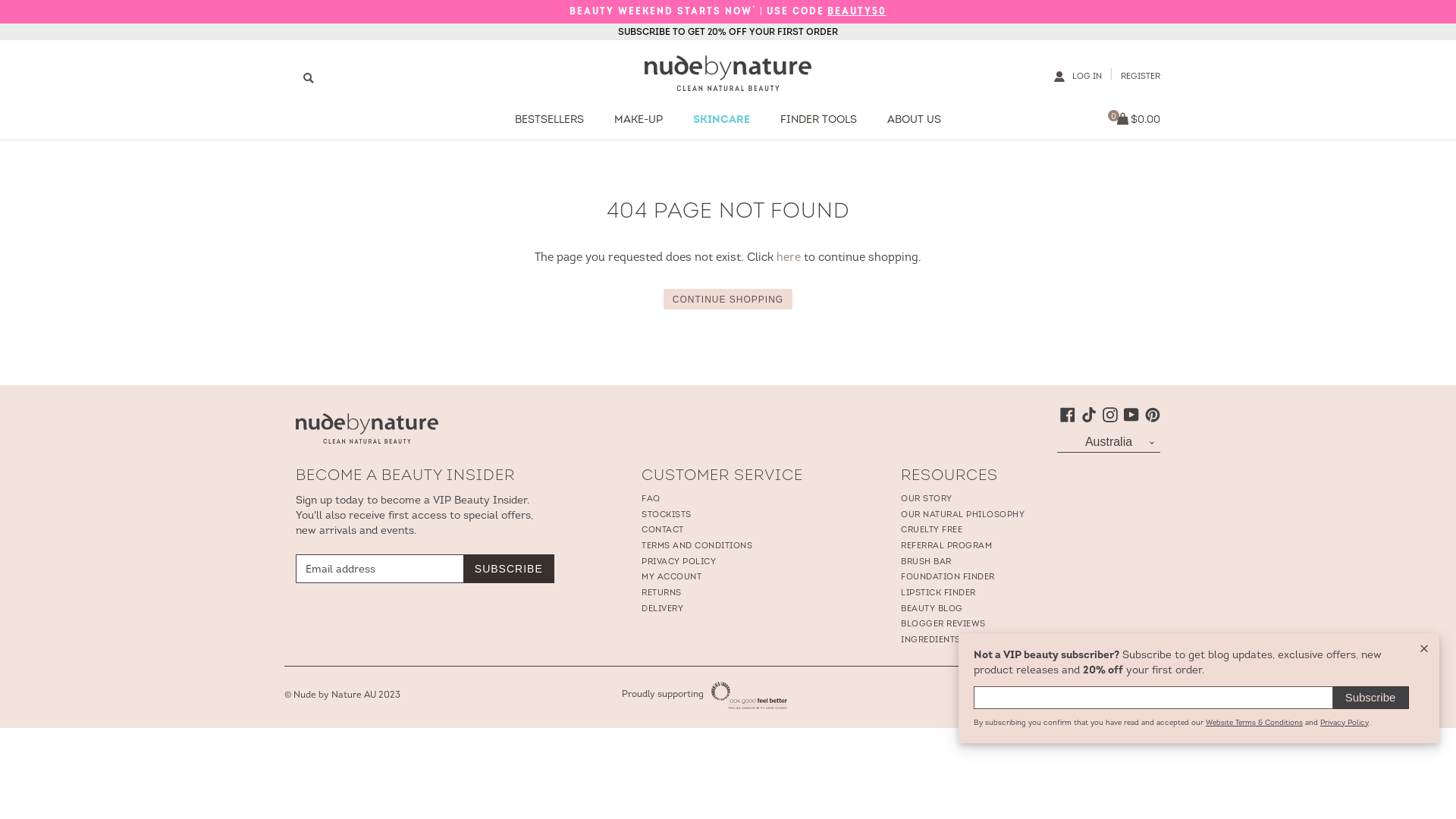 The height and width of the screenshot is (819, 1456). I want to click on 'BLOGGER REVIEWS', so click(942, 624).